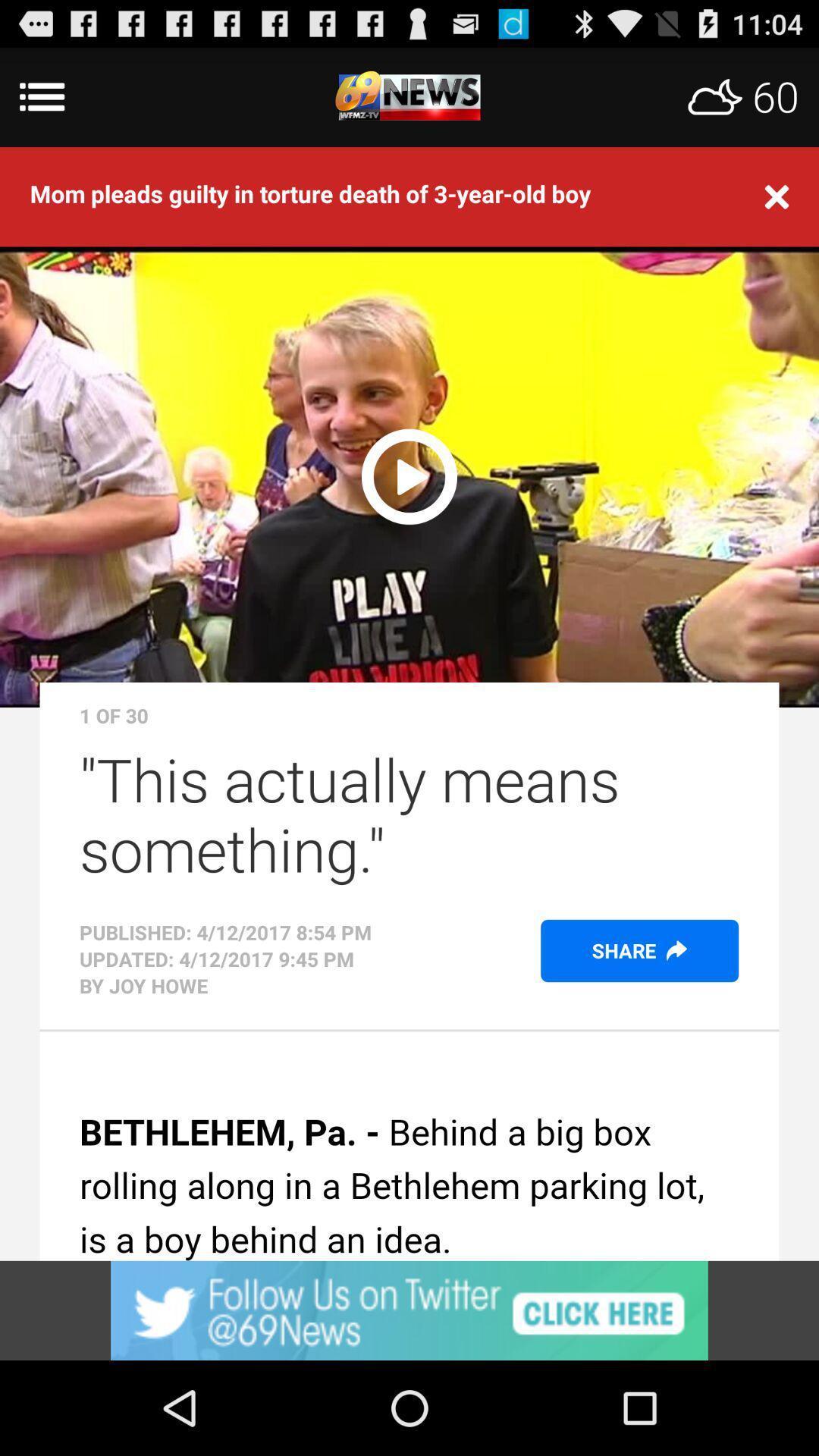 This screenshot has height=1456, width=819. What do you see at coordinates (409, 1310) in the screenshot?
I see `open advertisement` at bounding box center [409, 1310].